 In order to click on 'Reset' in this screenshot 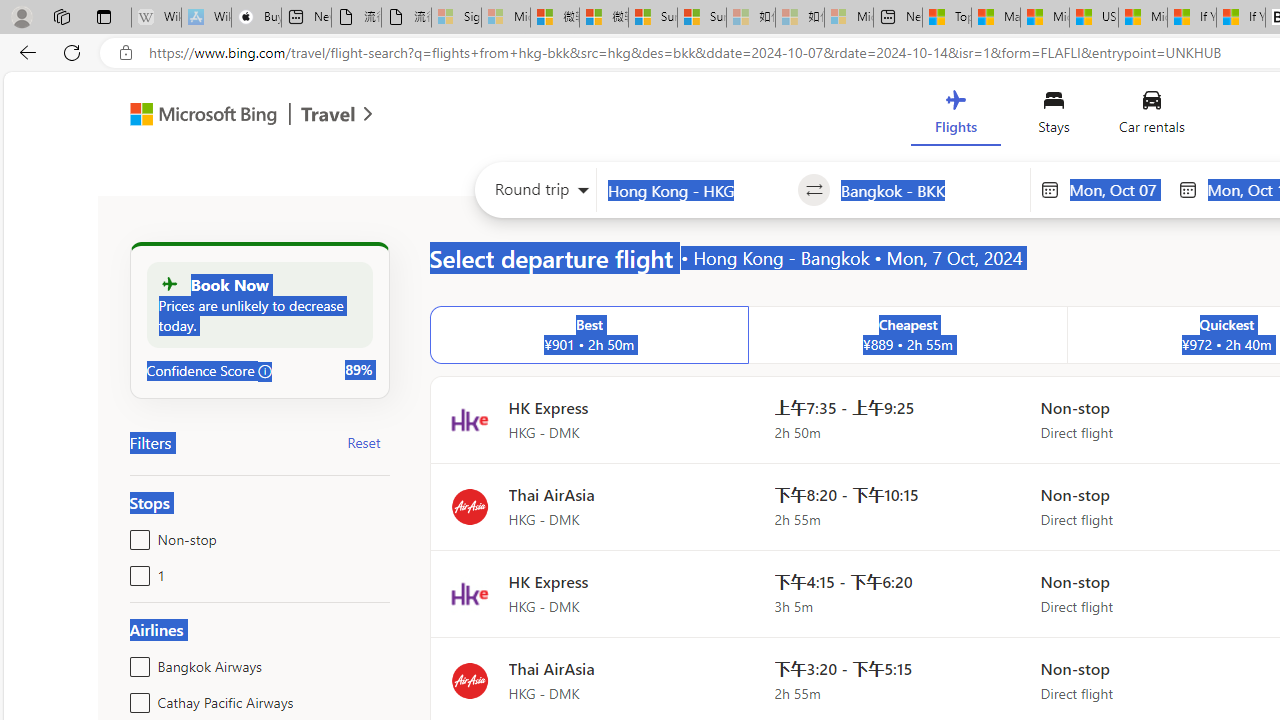, I will do `click(364, 441)`.